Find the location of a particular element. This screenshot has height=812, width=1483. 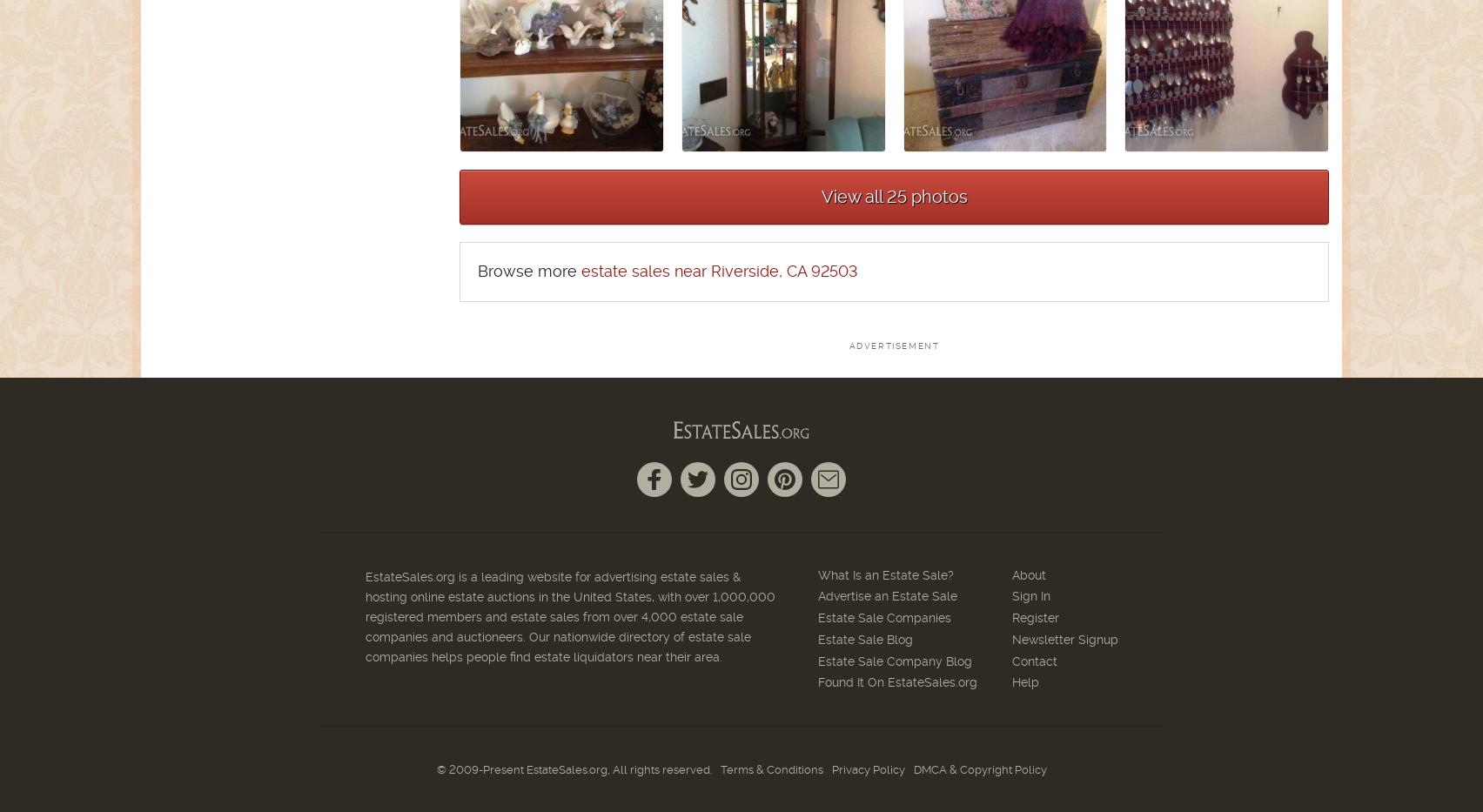

'Estate Sale Company Blog' is located at coordinates (817, 659).